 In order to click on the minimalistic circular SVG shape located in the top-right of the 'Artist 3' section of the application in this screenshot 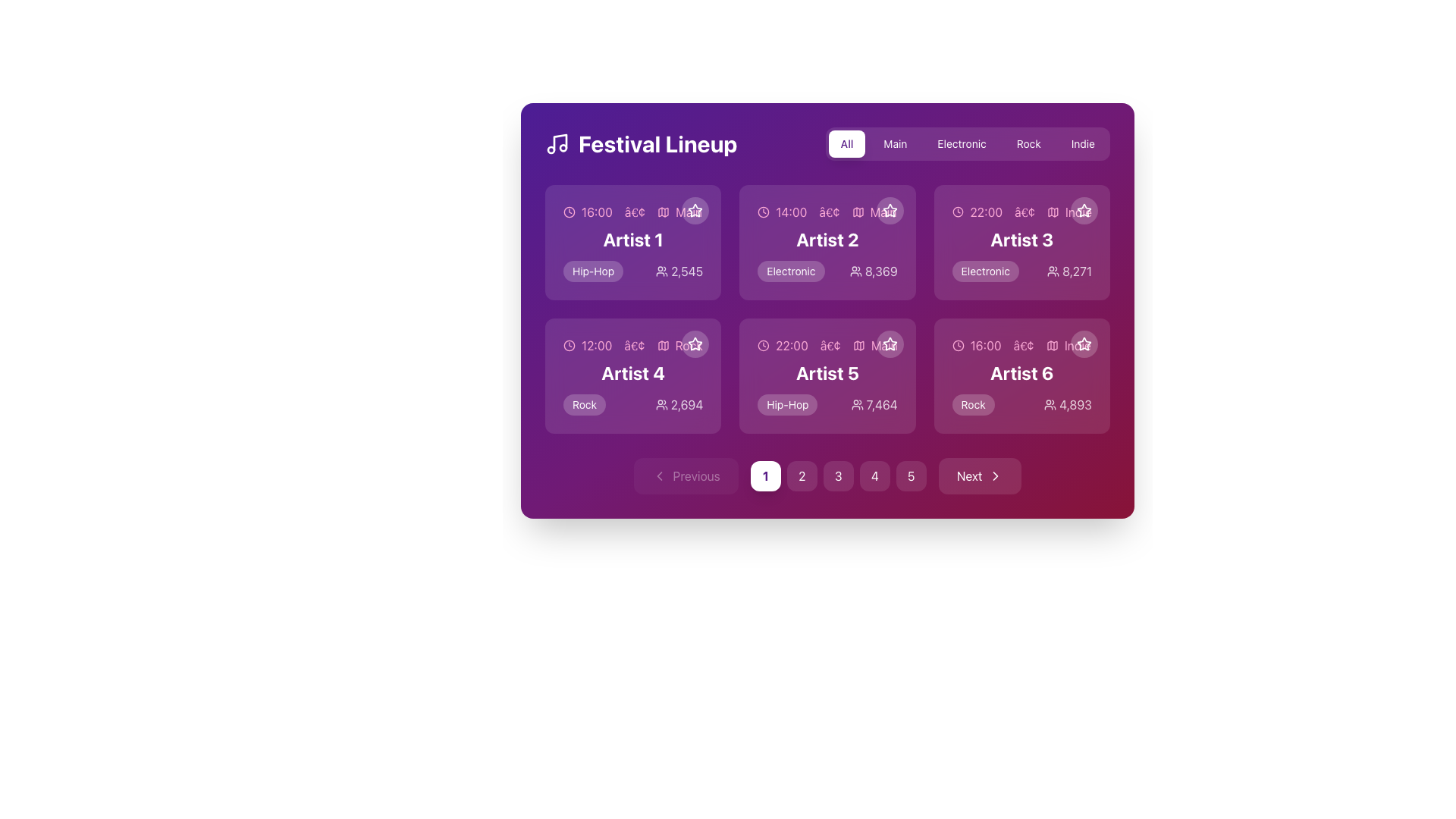, I will do `click(957, 212)`.